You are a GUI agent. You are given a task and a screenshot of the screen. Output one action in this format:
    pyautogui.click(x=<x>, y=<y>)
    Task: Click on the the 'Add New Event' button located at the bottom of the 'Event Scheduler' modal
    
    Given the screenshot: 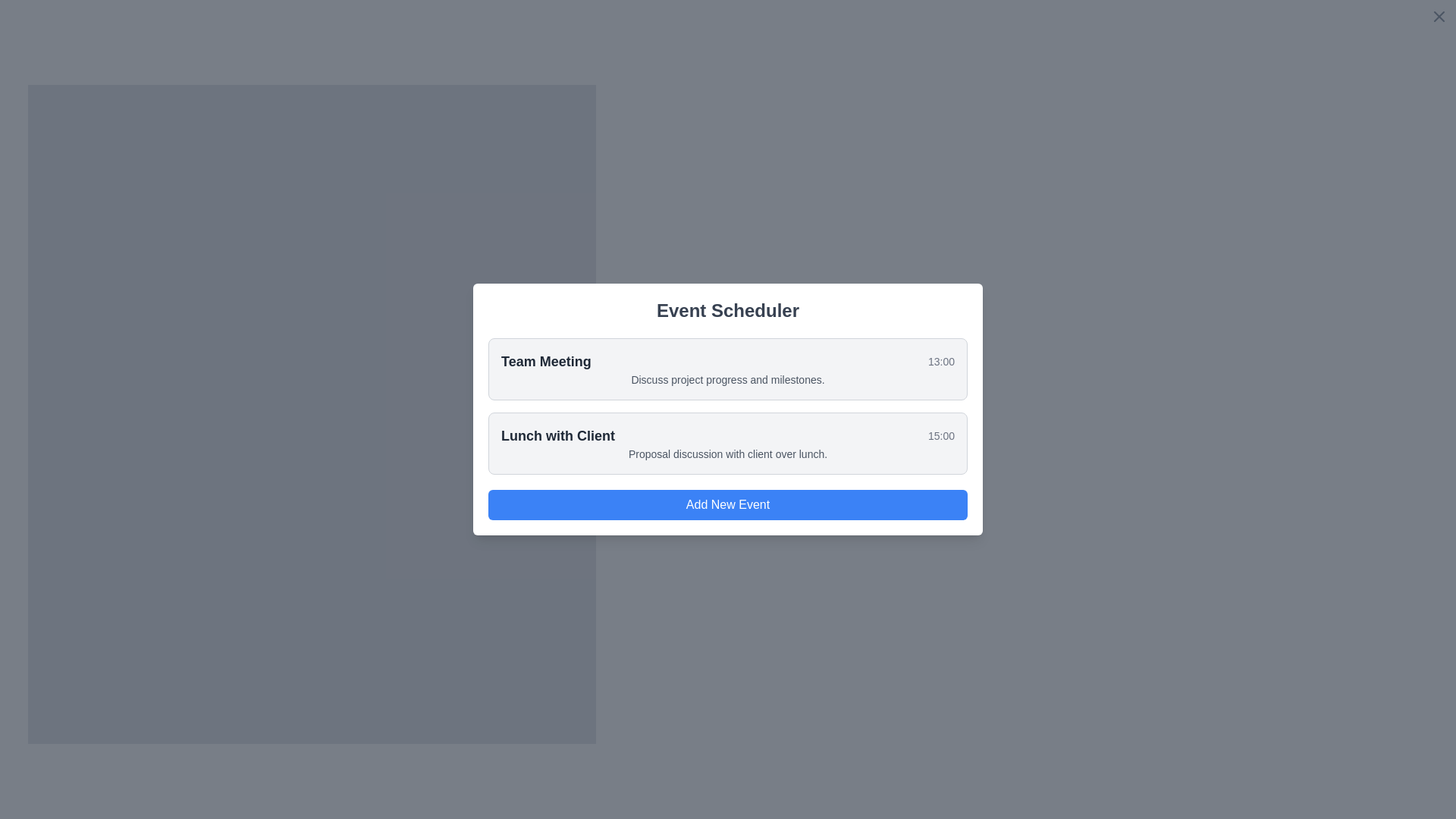 What is the action you would take?
    pyautogui.click(x=728, y=505)
    